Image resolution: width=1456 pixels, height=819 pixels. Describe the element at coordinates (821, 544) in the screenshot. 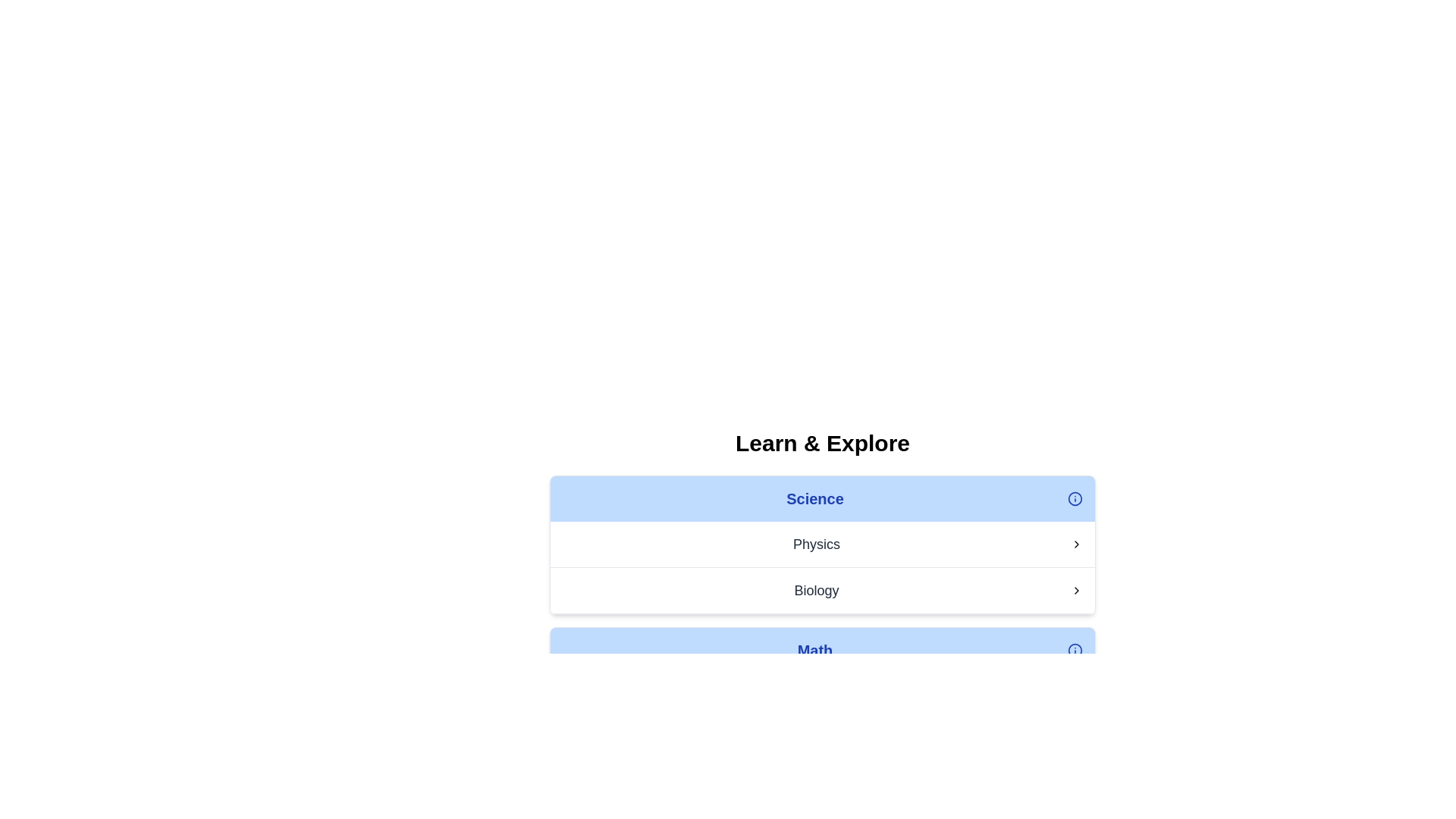

I see `the first list item under the 'Science' section that displays the text 'Physics' and has a chevron icon on the right` at that location.